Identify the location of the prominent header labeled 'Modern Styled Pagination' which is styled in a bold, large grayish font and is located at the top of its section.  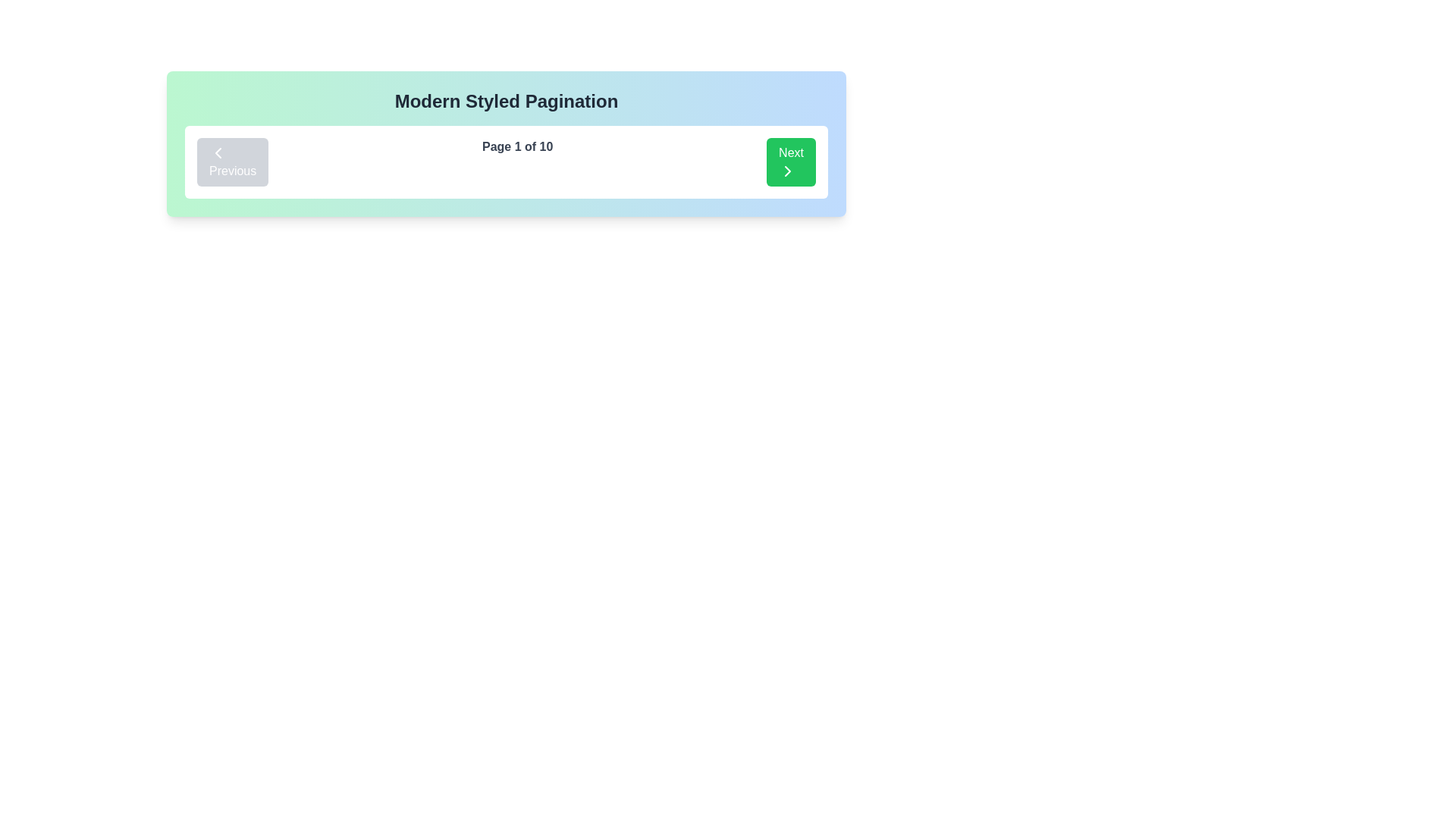
(506, 102).